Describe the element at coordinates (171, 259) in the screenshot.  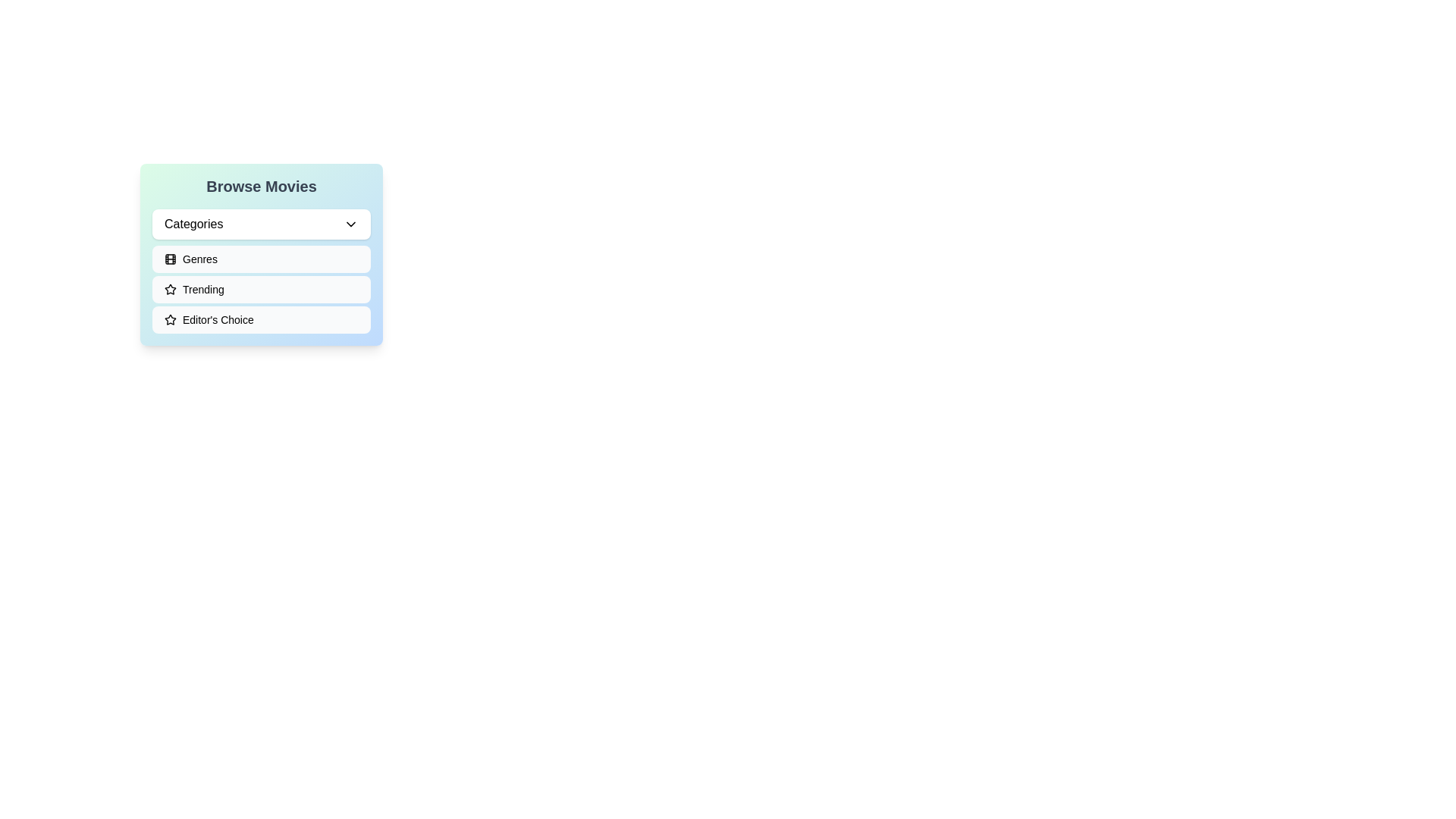
I see `the 'Genres' icon in the movie browsing interface, which is located in the 'Browse Movies' section under the 'Categories' dropdown` at that location.